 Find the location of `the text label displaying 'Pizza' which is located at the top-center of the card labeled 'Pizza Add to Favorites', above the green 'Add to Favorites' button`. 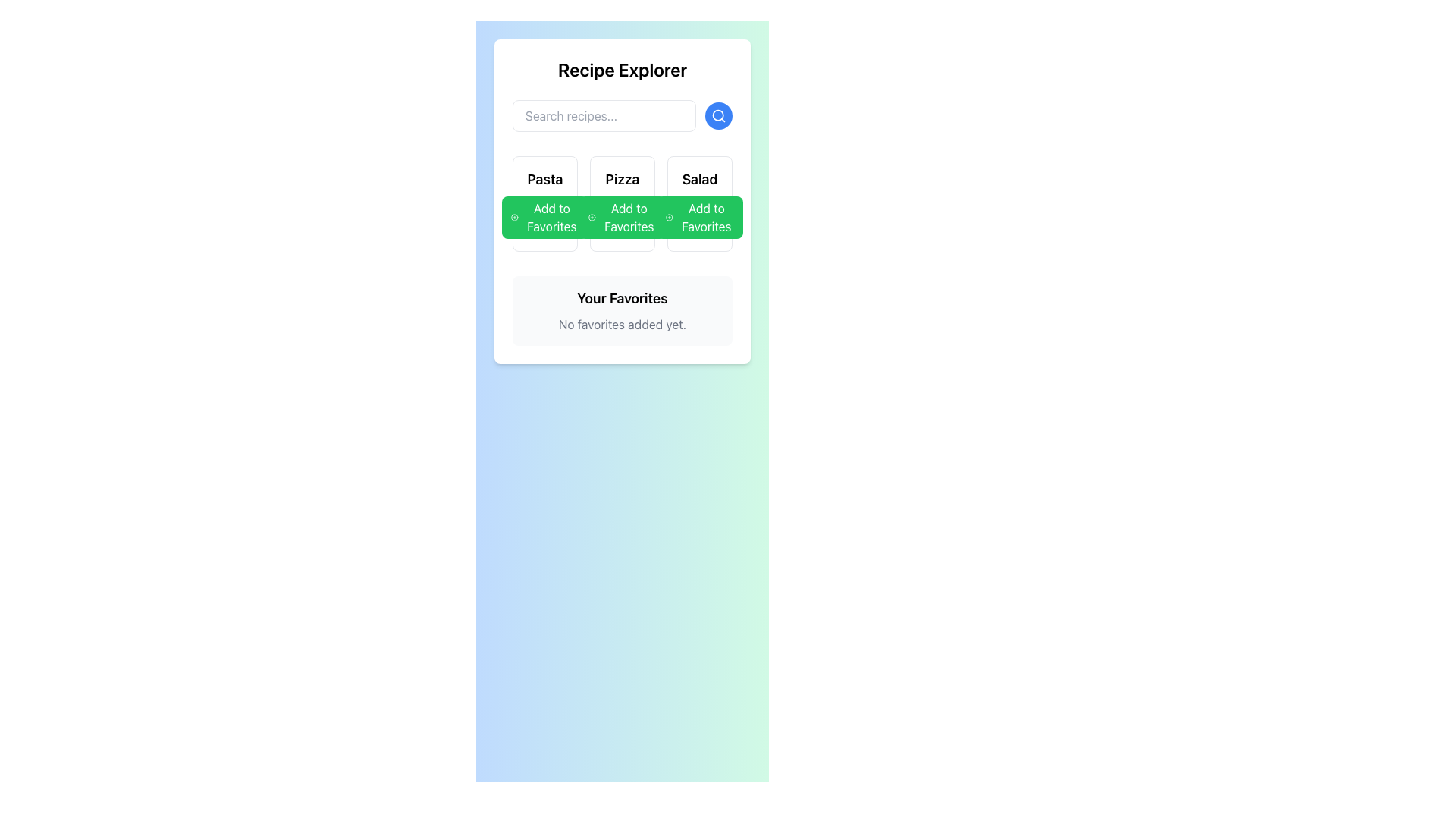

the text label displaying 'Pizza' which is located at the top-center of the card labeled 'Pizza Add to Favorites', above the green 'Add to Favorites' button is located at coordinates (622, 178).